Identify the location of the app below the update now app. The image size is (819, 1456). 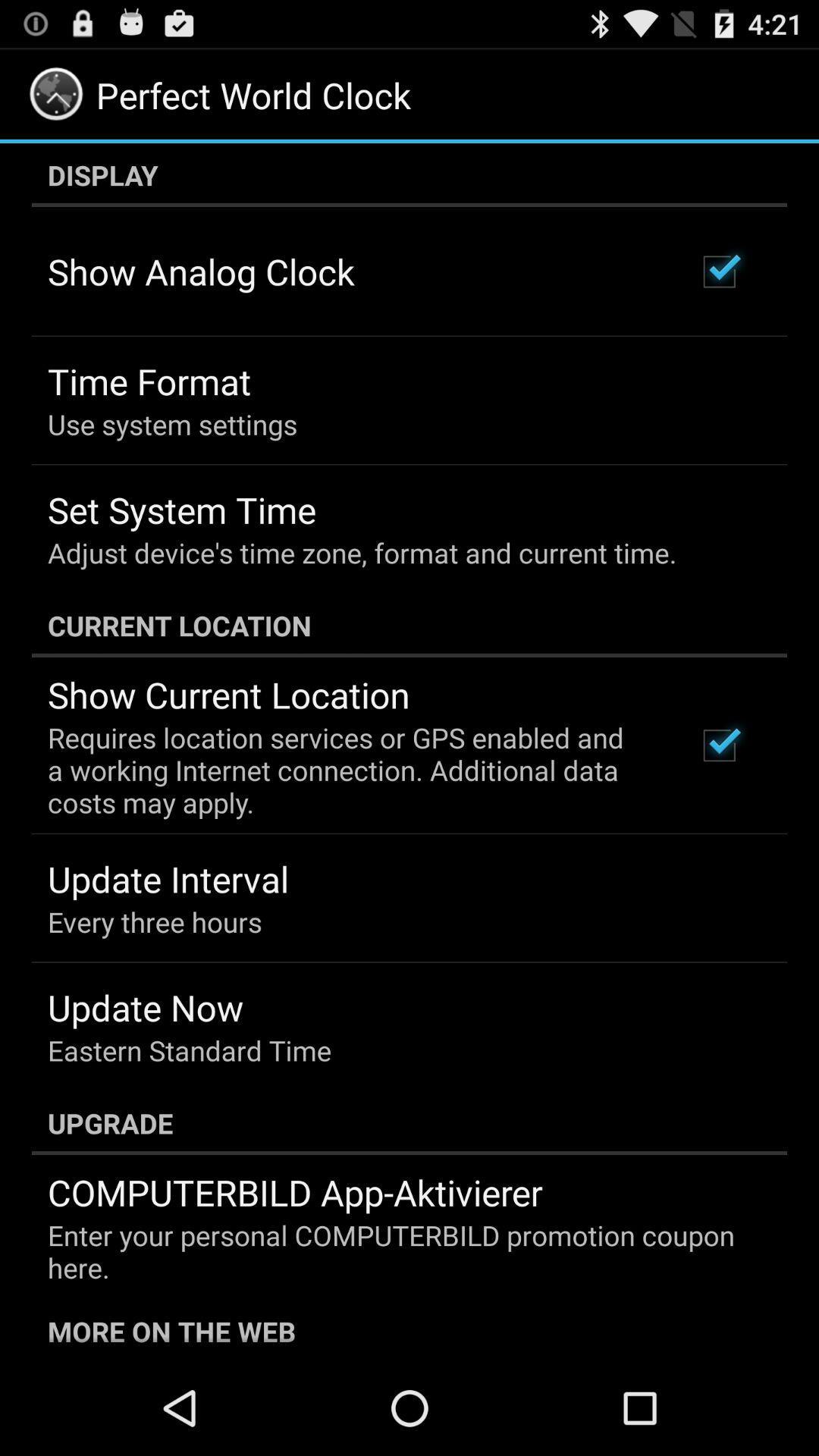
(189, 1050).